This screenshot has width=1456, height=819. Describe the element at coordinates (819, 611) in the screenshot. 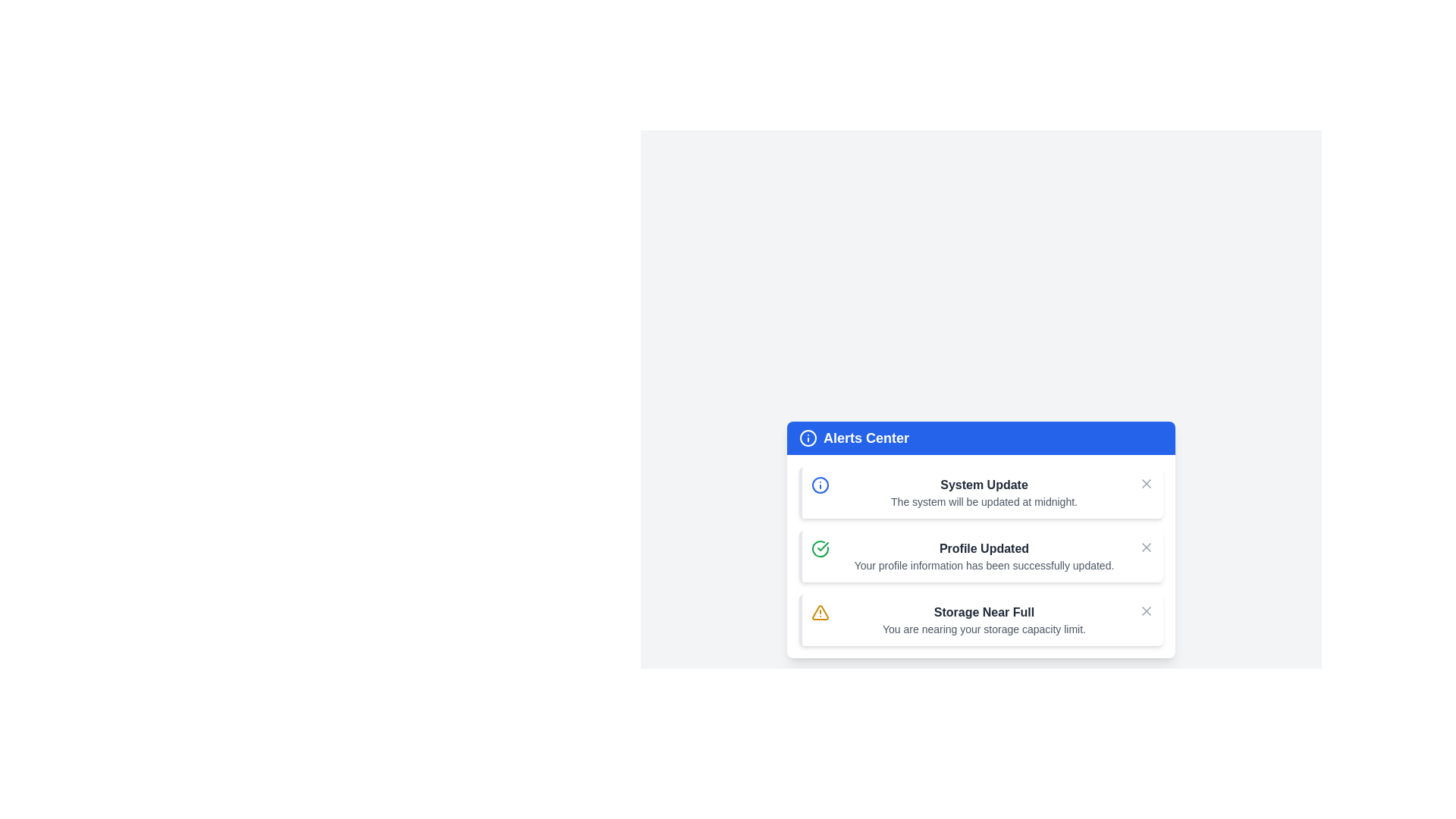

I see `the triangular warning icon with an exclamation mark inside it, located to the left of the text 'Storage Near Full' in the third notification card at the bottom of the 'Alerts Center'` at that location.